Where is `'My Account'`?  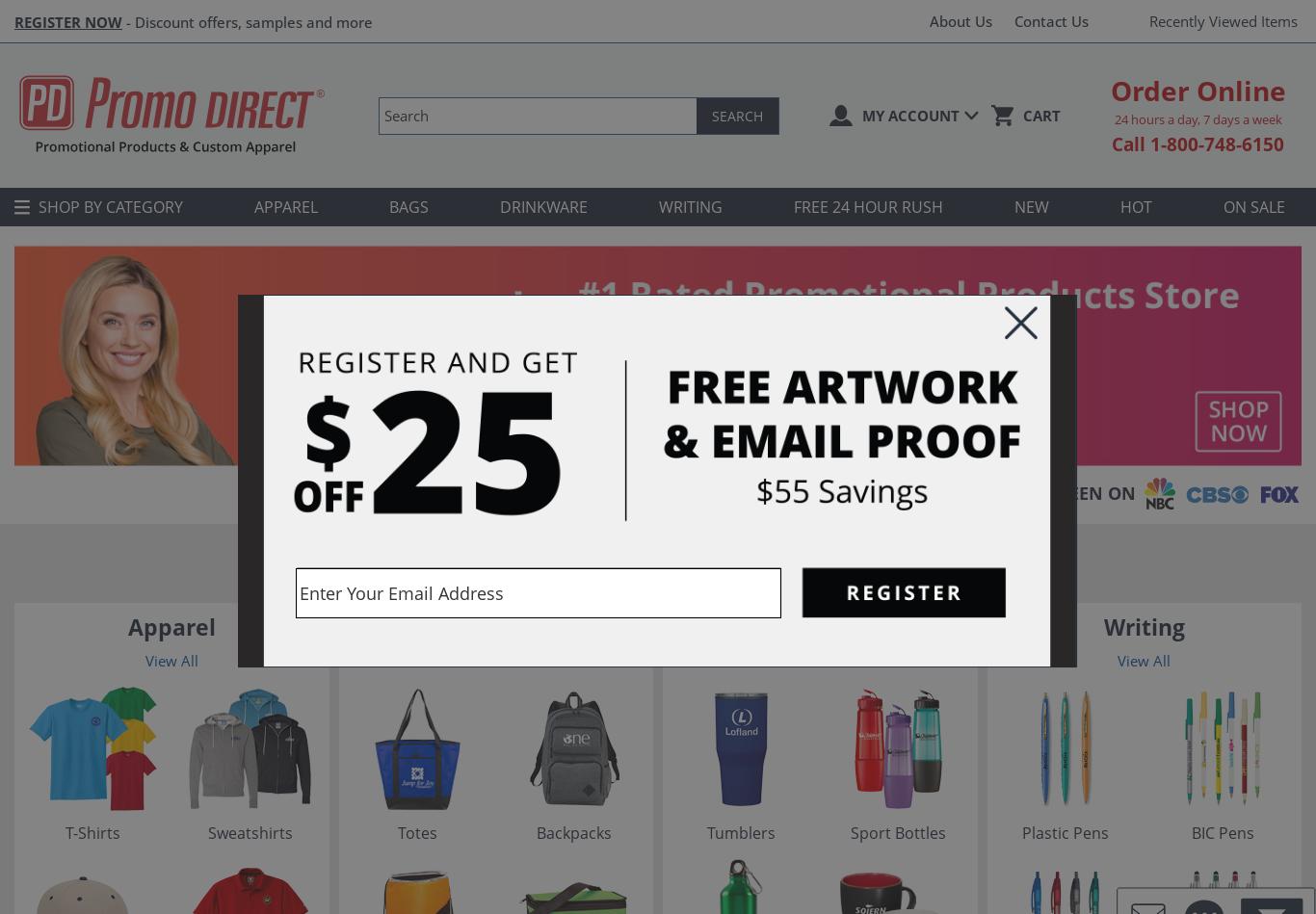
'My Account' is located at coordinates (910, 115).